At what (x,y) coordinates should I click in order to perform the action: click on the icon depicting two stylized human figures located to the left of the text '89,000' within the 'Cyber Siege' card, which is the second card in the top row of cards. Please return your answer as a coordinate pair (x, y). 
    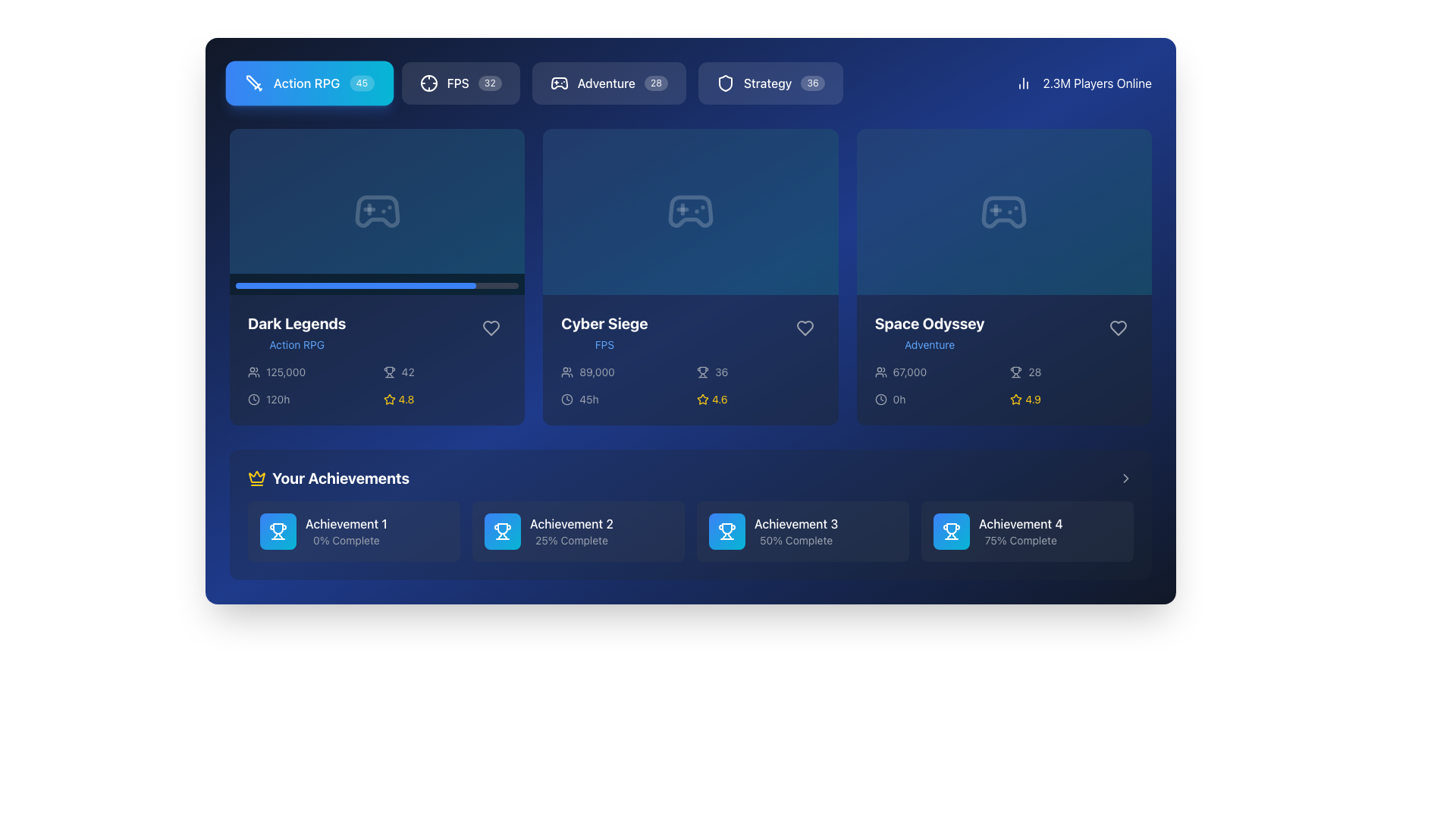
    Looking at the image, I should click on (566, 372).